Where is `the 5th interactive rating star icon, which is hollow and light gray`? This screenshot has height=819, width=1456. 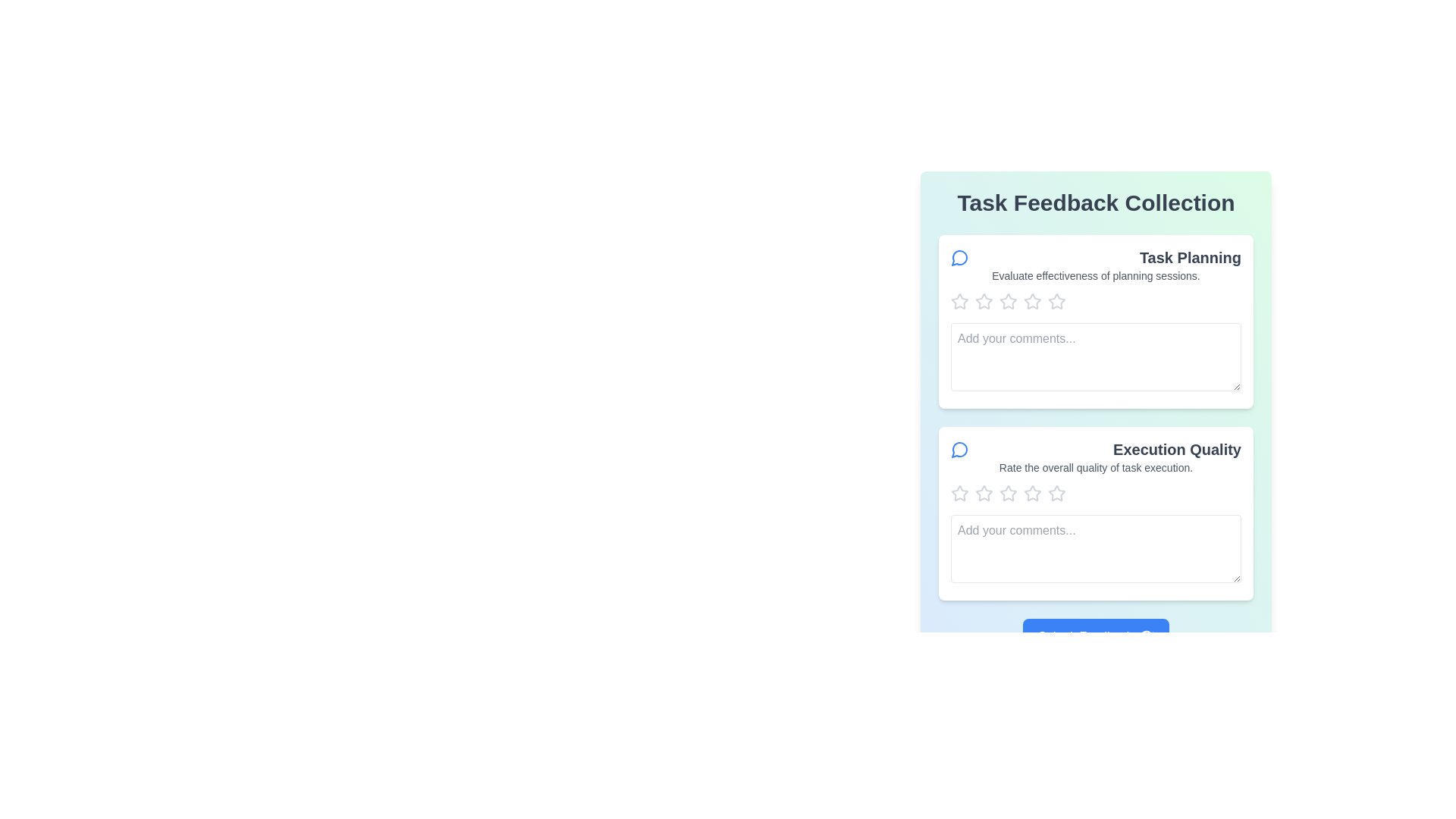 the 5th interactive rating star icon, which is hollow and light gray is located at coordinates (1032, 301).